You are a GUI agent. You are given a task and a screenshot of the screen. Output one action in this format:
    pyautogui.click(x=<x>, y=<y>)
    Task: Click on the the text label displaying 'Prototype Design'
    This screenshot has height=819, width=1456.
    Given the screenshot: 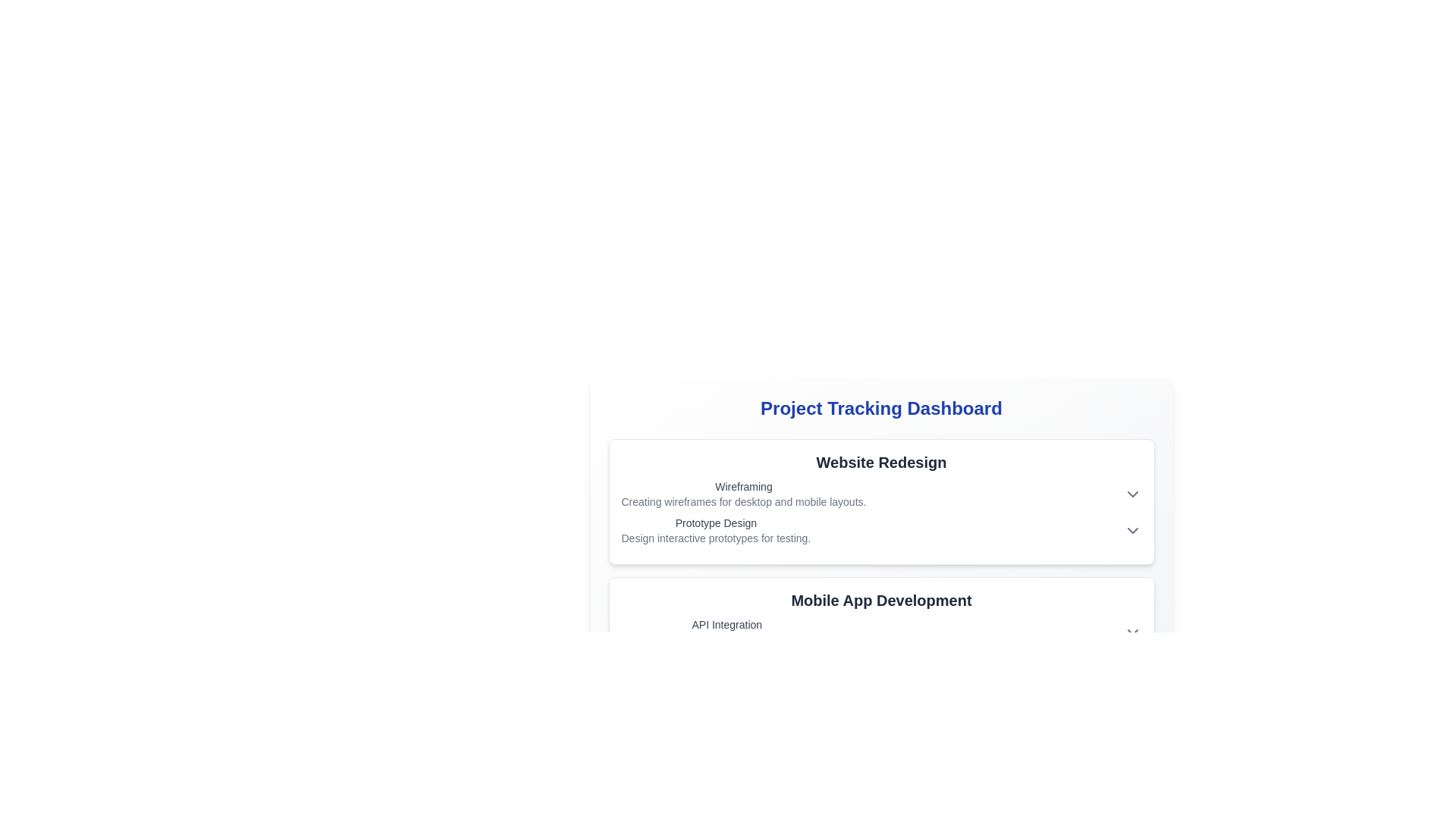 What is the action you would take?
    pyautogui.click(x=715, y=522)
    